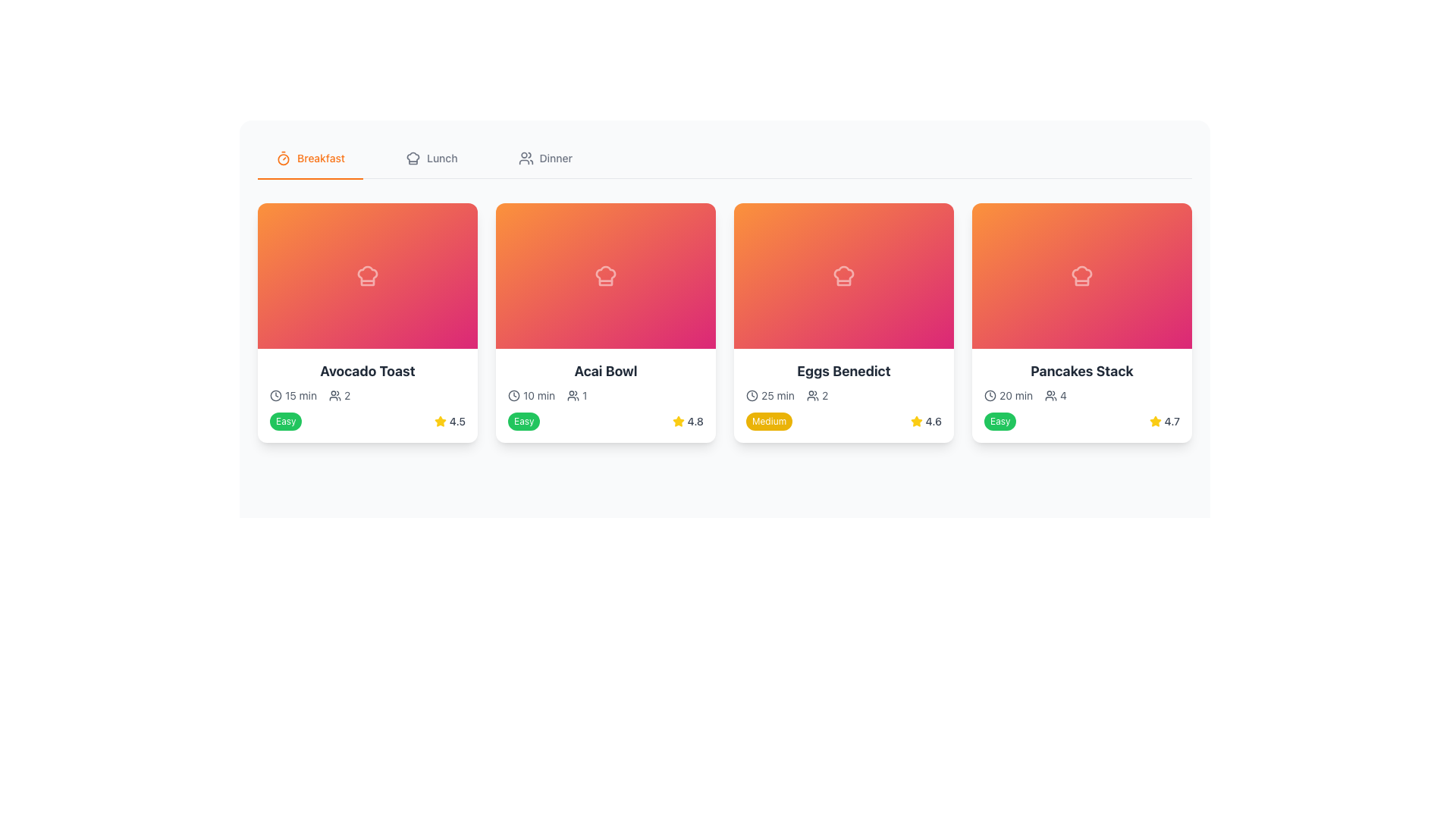  What do you see at coordinates (276, 394) in the screenshot?
I see `the circular outline of the clock icon in the 'Breakfast' menu tab by clicking on it` at bounding box center [276, 394].